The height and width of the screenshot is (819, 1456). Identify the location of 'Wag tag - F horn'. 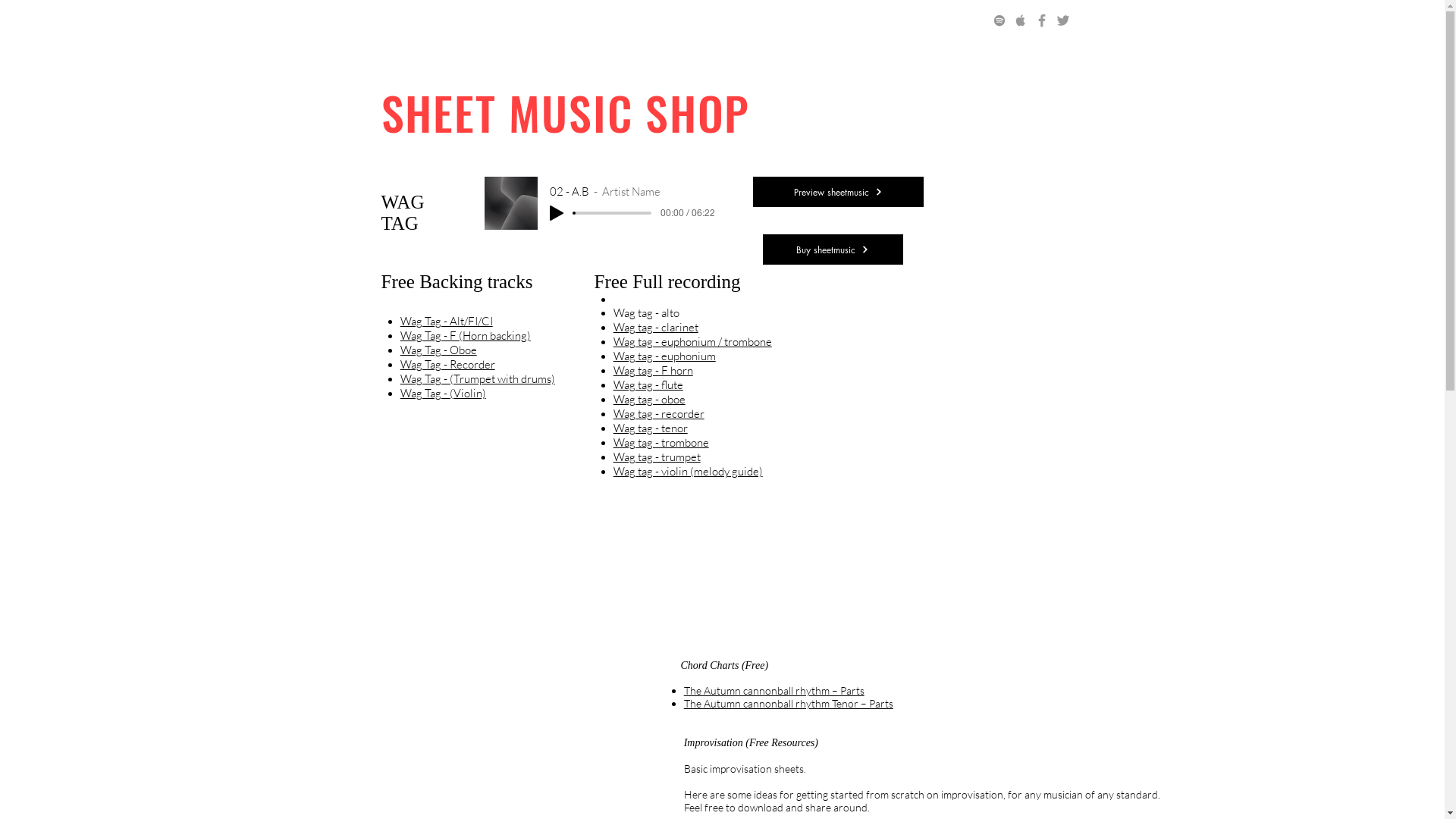
(613, 370).